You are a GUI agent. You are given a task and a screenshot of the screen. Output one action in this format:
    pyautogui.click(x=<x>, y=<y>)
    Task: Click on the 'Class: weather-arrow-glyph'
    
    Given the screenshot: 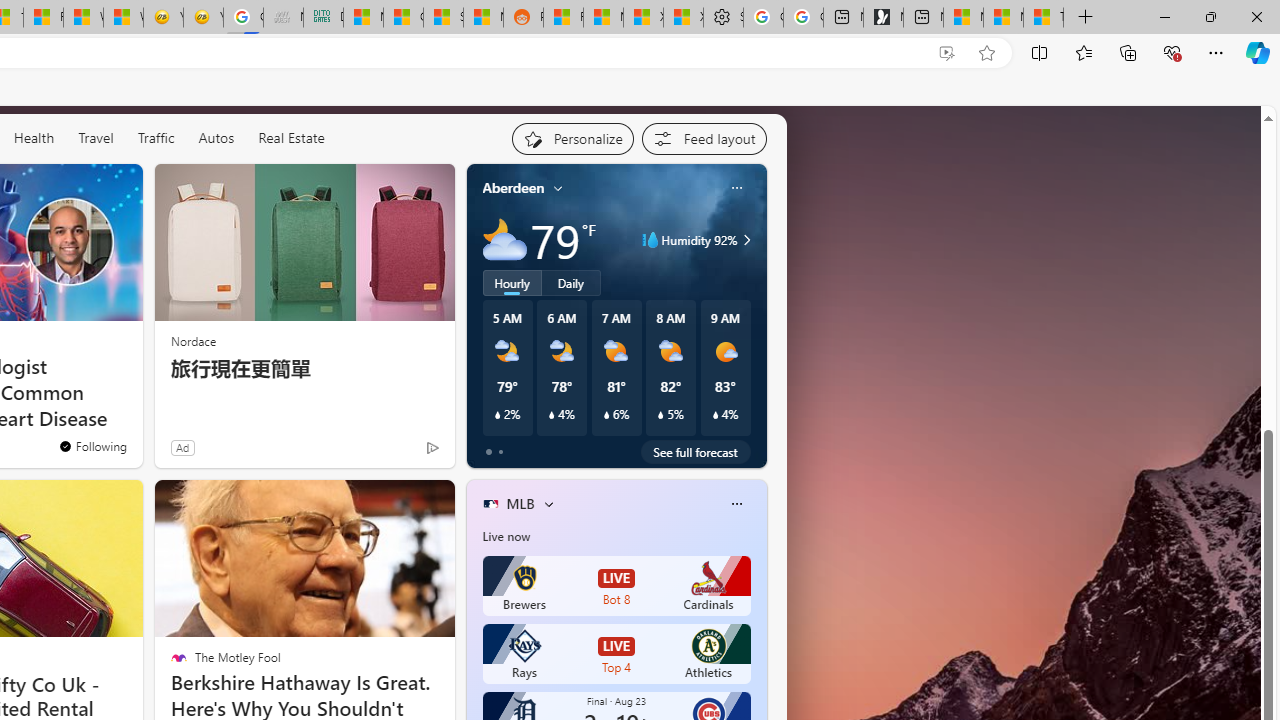 What is the action you would take?
    pyautogui.click(x=745, y=239)
    